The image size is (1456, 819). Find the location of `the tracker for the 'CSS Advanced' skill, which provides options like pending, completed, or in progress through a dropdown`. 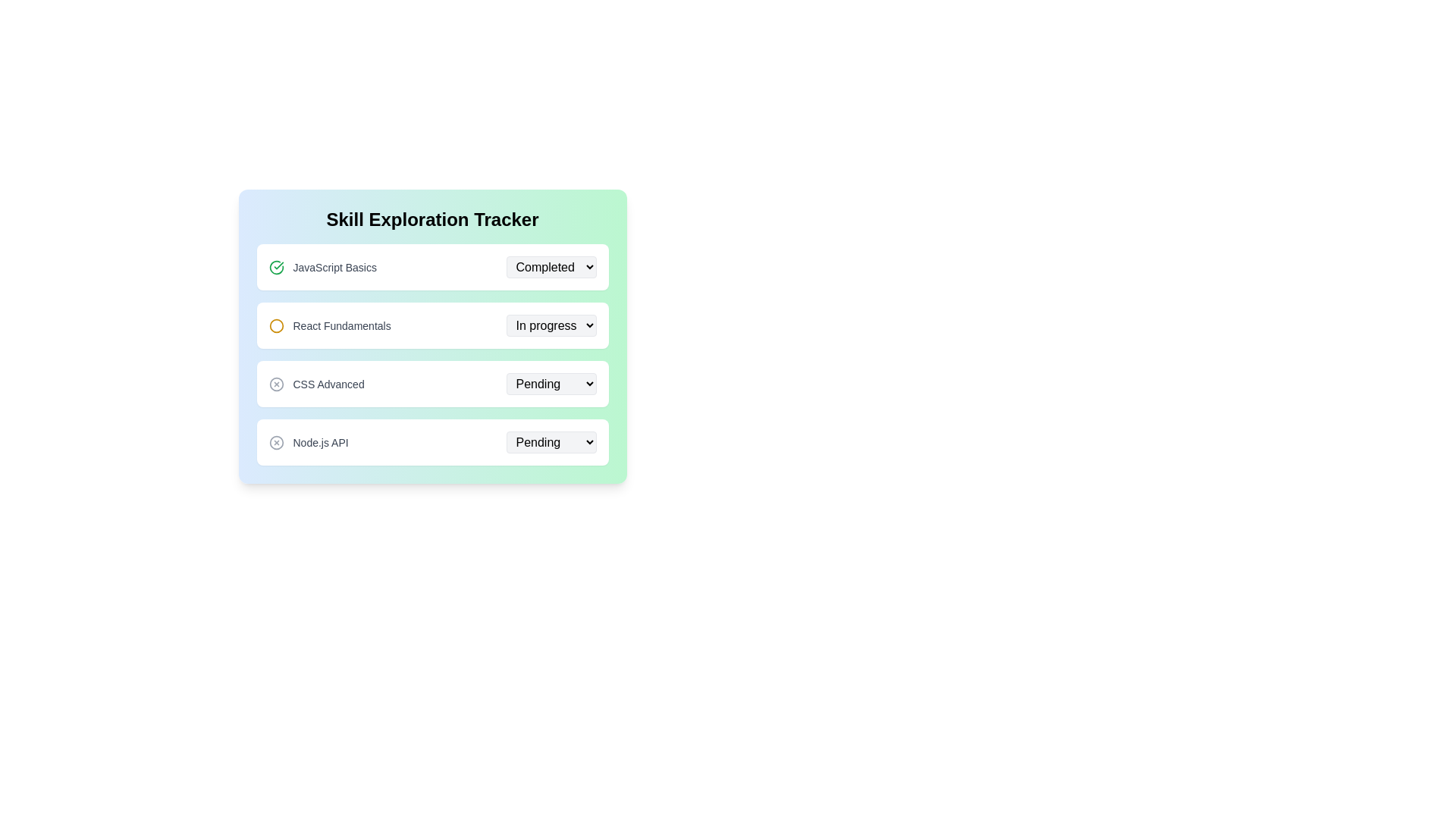

the tracker for the 'CSS Advanced' skill, which provides options like pending, completed, or in progress through a dropdown is located at coordinates (431, 383).